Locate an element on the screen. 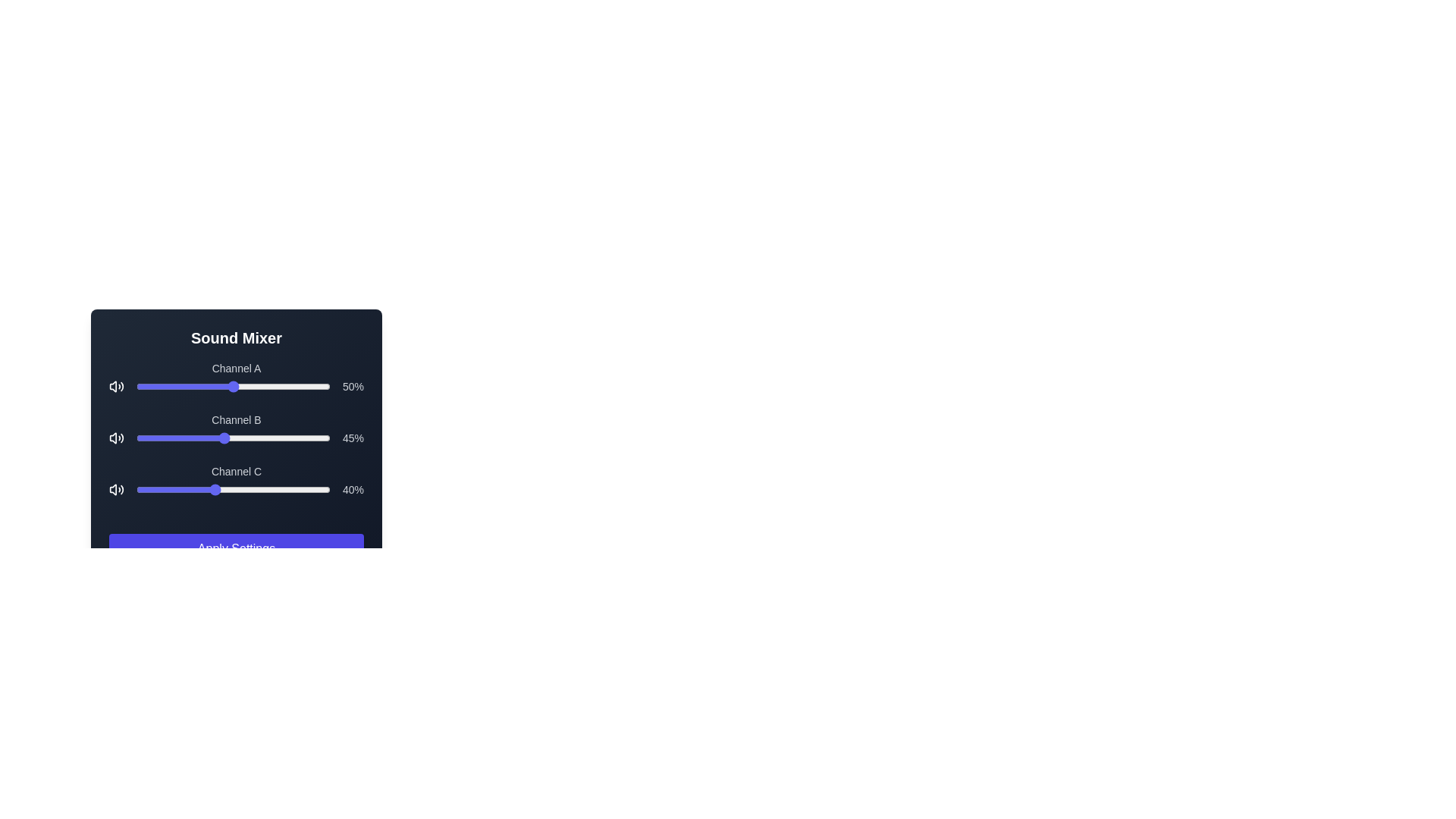 The width and height of the screenshot is (1456, 819). the text label displaying '40%' in the 'Channel C' section of the sound mixer interface, which is styled with a small font size and gray color, positioned to the right of a horizontal slider is located at coordinates (352, 489).